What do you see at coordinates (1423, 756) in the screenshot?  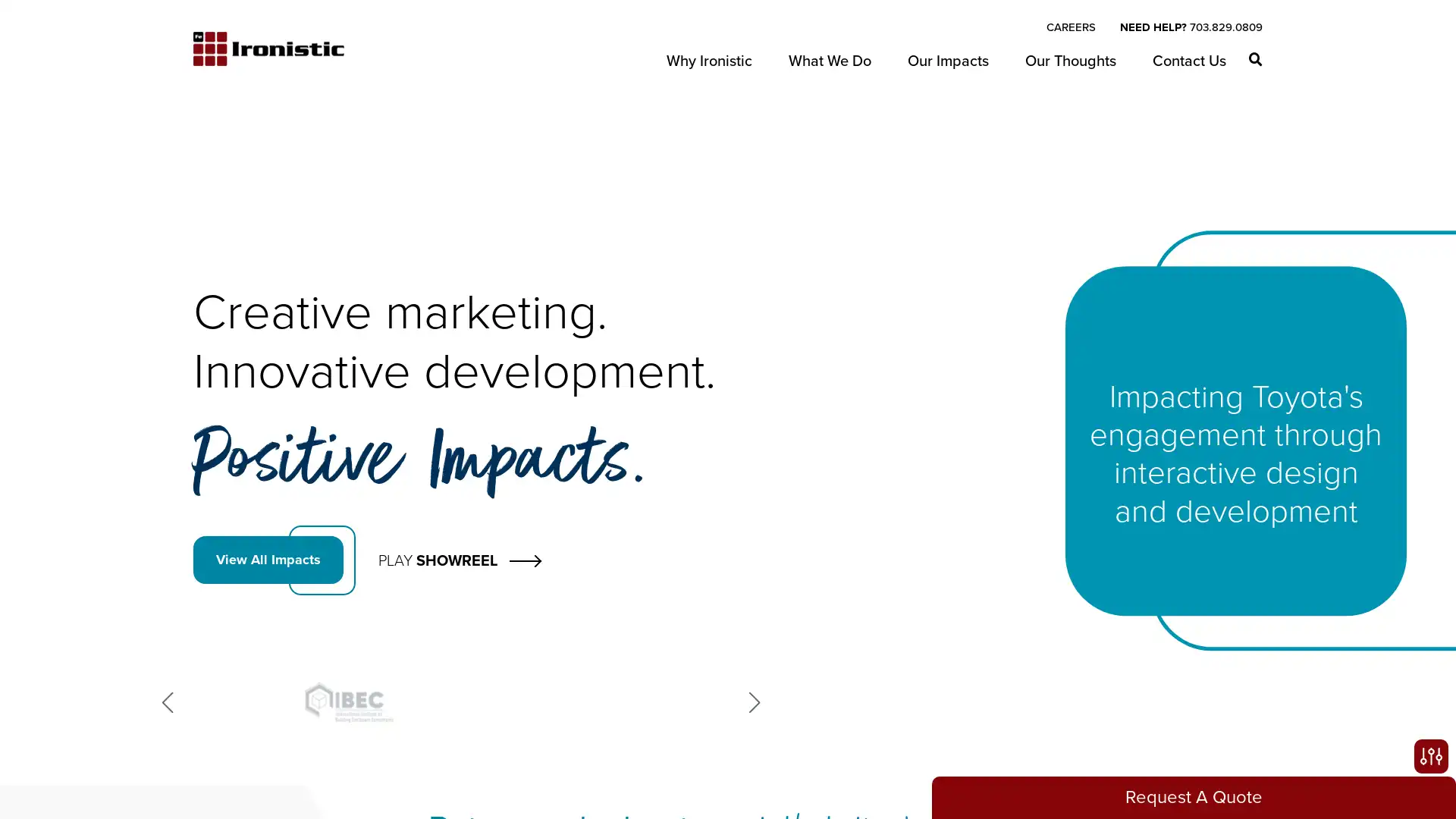 I see `Open accessibility options, statement and help` at bounding box center [1423, 756].